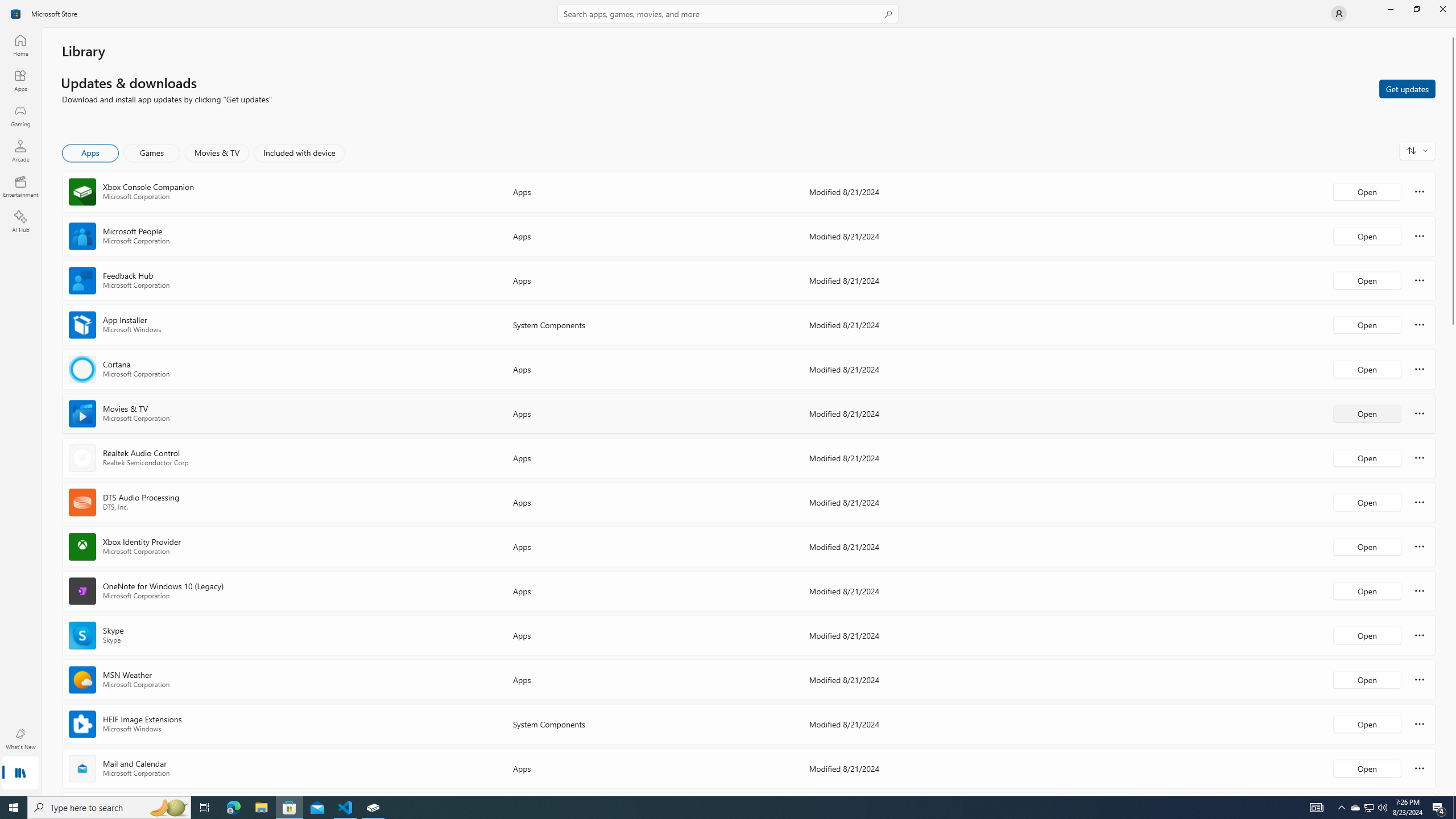  I want to click on 'Games', so click(151, 152).